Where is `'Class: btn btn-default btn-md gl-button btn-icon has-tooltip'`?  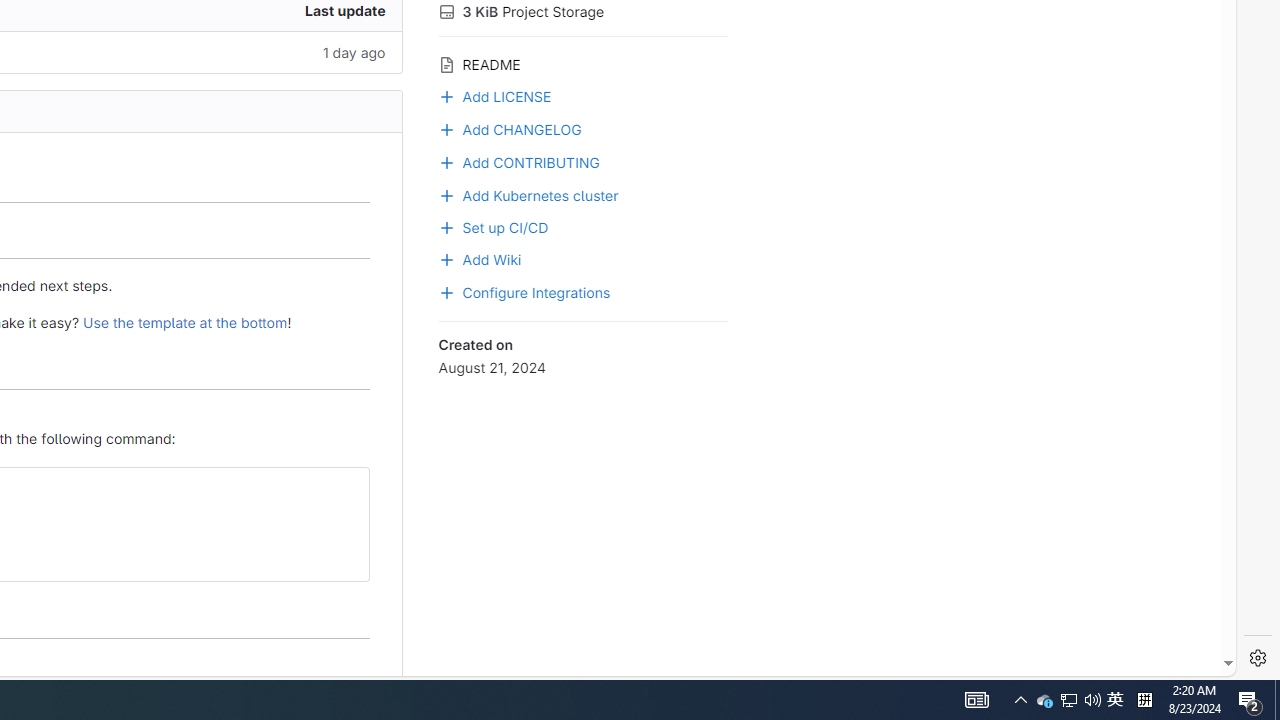 'Class: btn btn-default btn-md gl-button btn-icon has-tooltip' is located at coordinates (346, 489).